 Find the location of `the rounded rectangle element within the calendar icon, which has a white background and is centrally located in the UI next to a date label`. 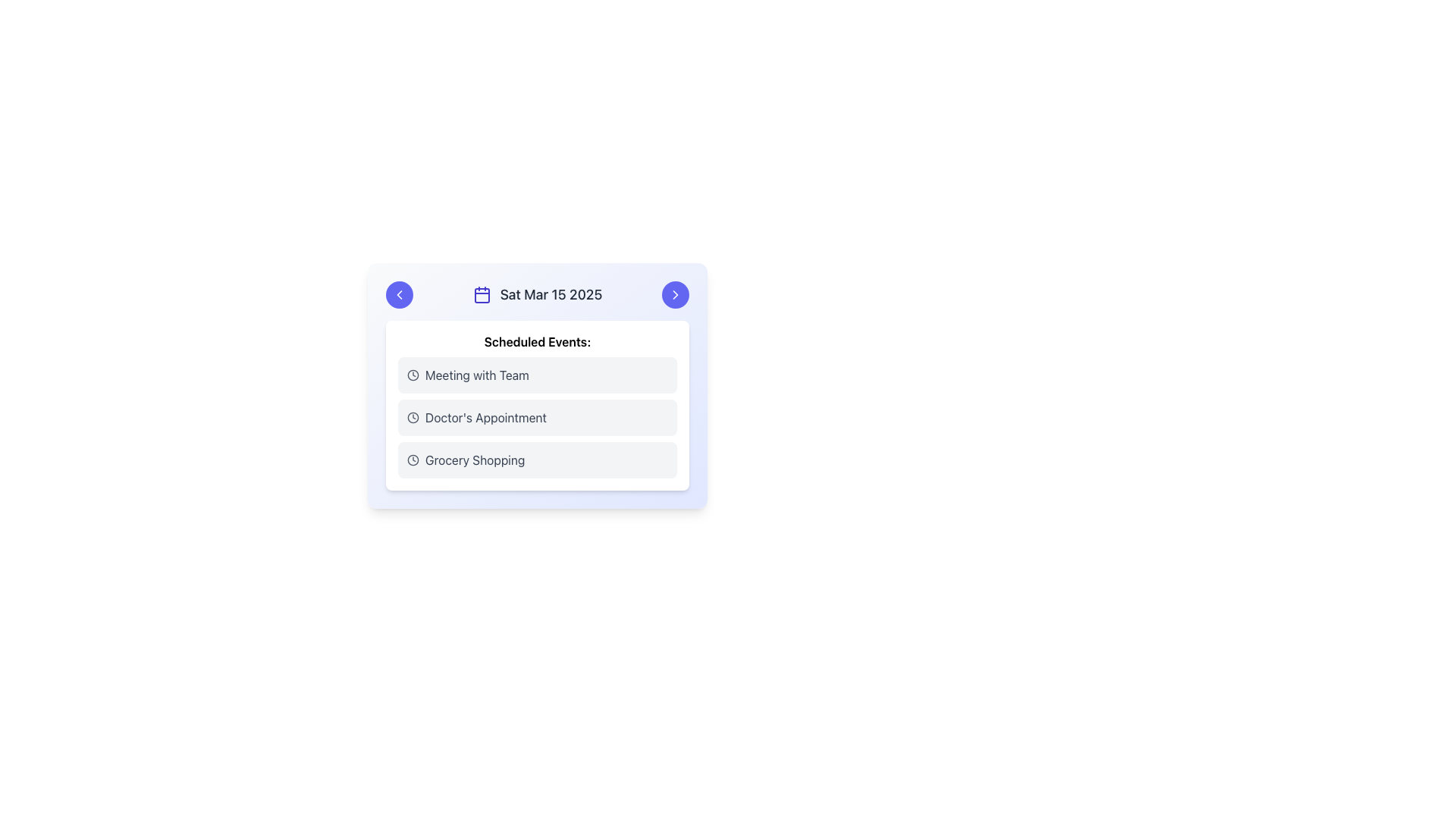

the rounded rectangle element within the calendar icon, which has a white background and is centrally located in the UI next to a date label is located at coordinates (481, 295).